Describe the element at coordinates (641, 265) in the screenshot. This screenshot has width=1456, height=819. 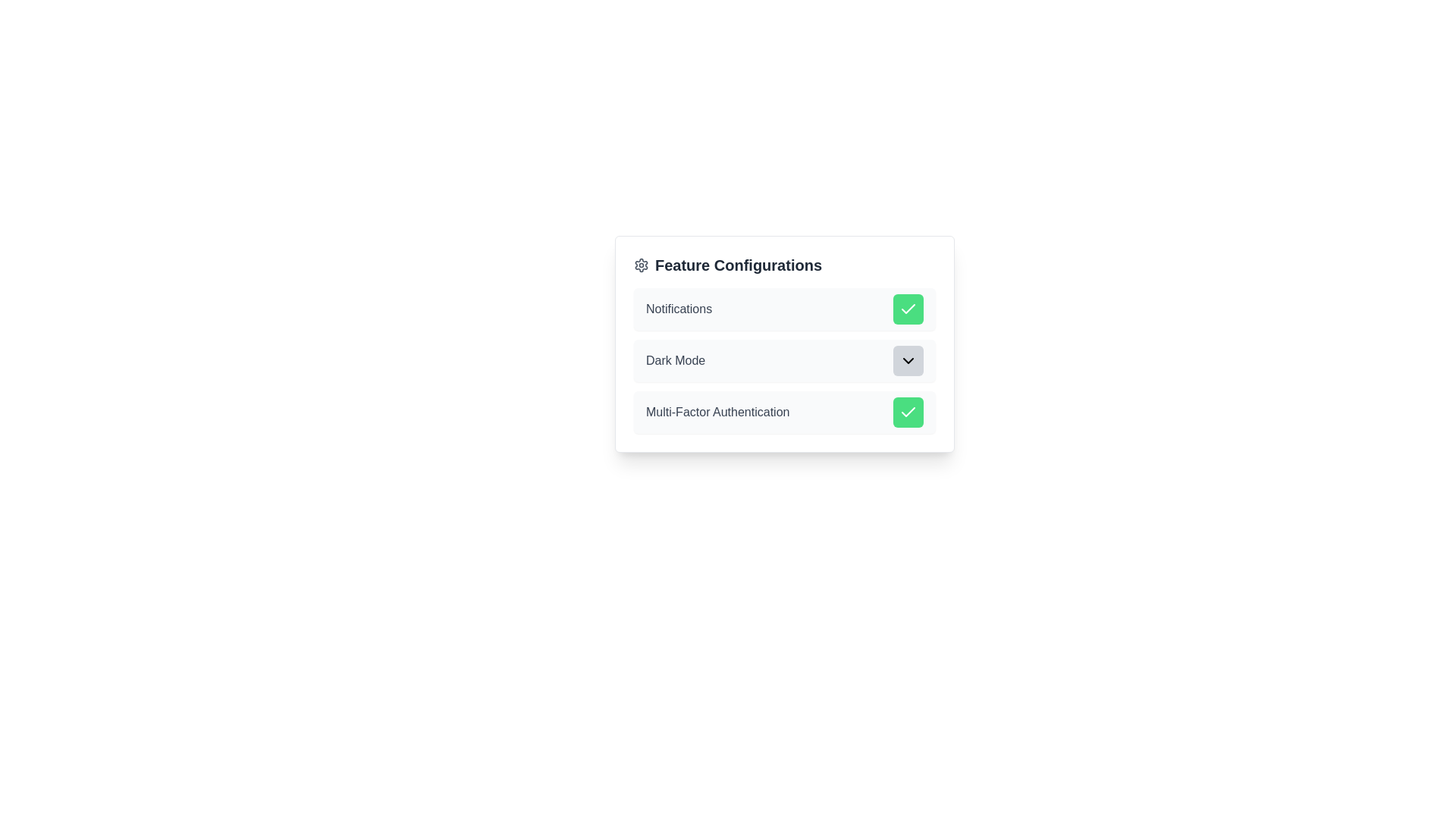
I see `the configurability icon located immediately` at that location.